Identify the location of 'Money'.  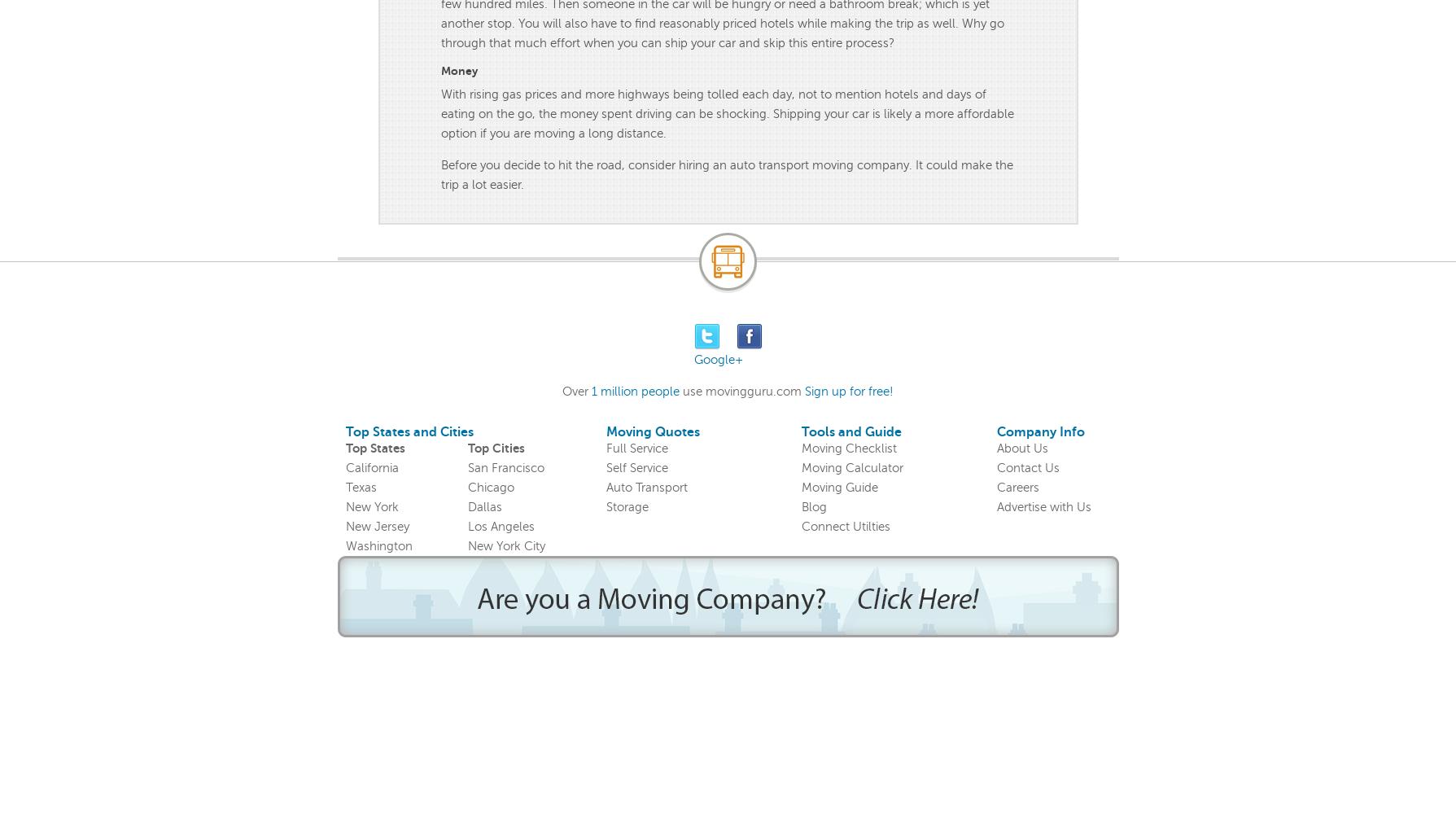
(457, 70).